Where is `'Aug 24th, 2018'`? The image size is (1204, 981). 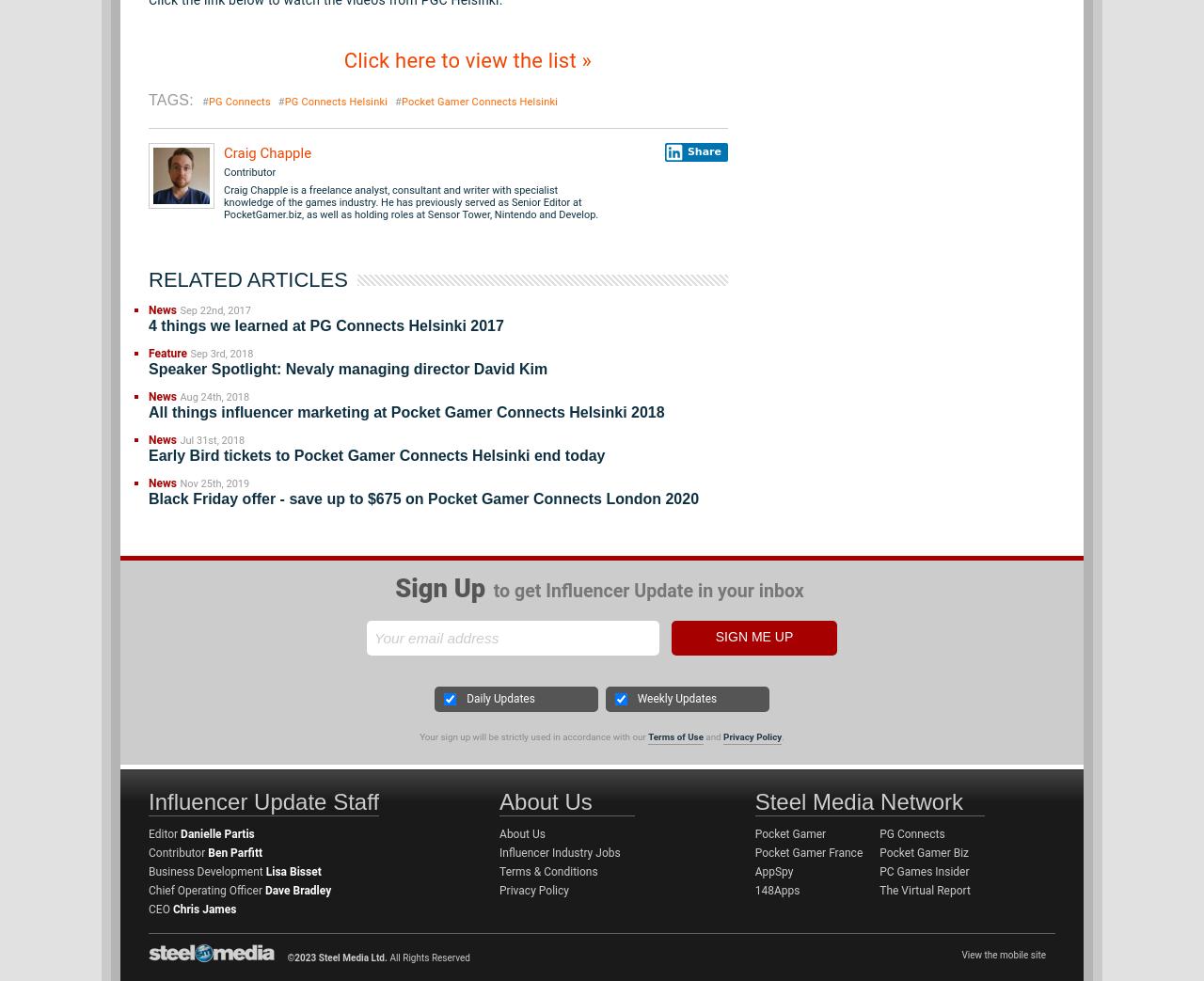 'Aug 24th, 2018' is located at coordinates (214, 397).